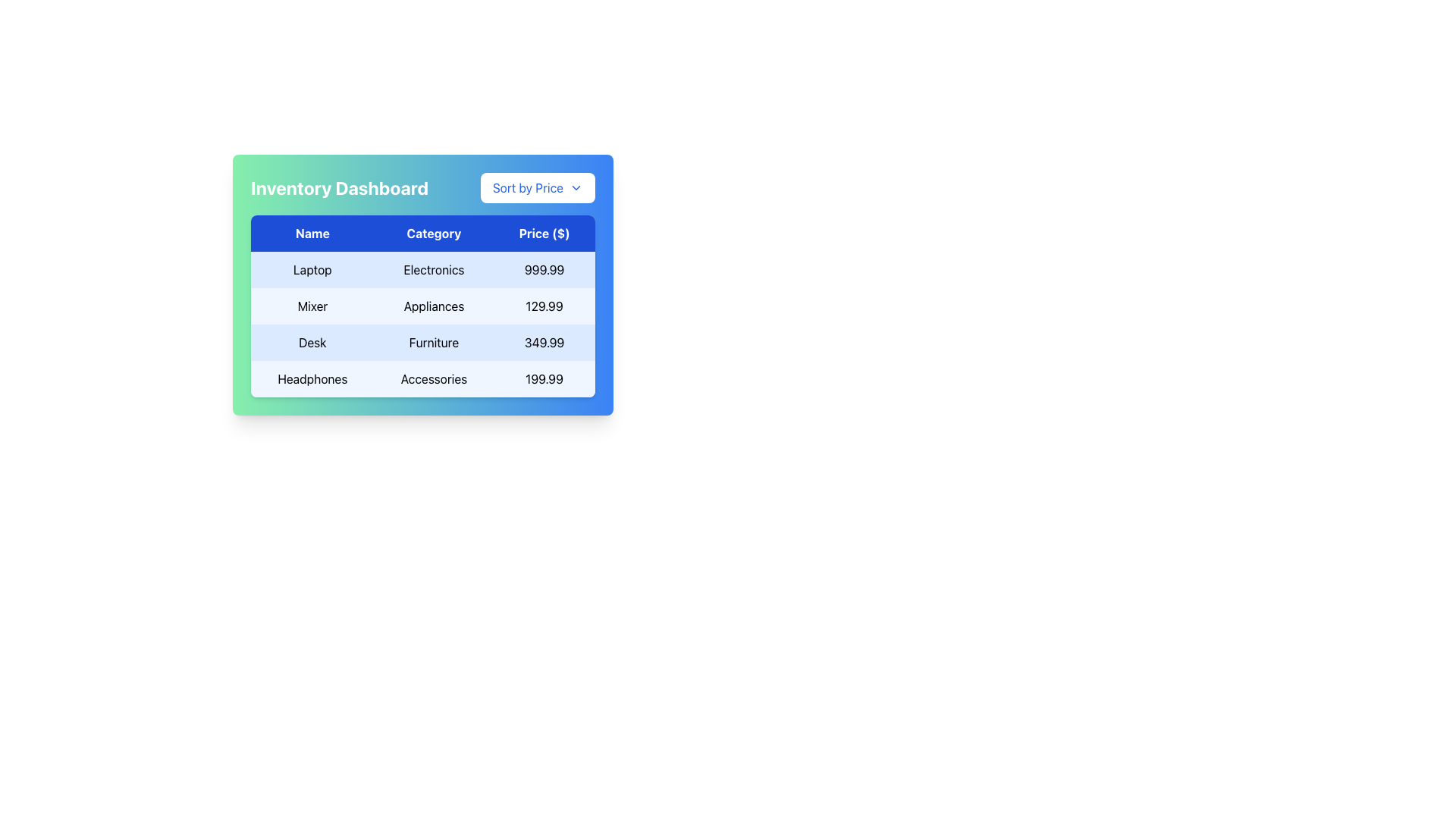 The image size is (1456, 819). I want to click on the text label displaying 'Furniture' in the 'Category' column of the table, specifically located in the third row for the 'Desk' product line, so click(433, 342).